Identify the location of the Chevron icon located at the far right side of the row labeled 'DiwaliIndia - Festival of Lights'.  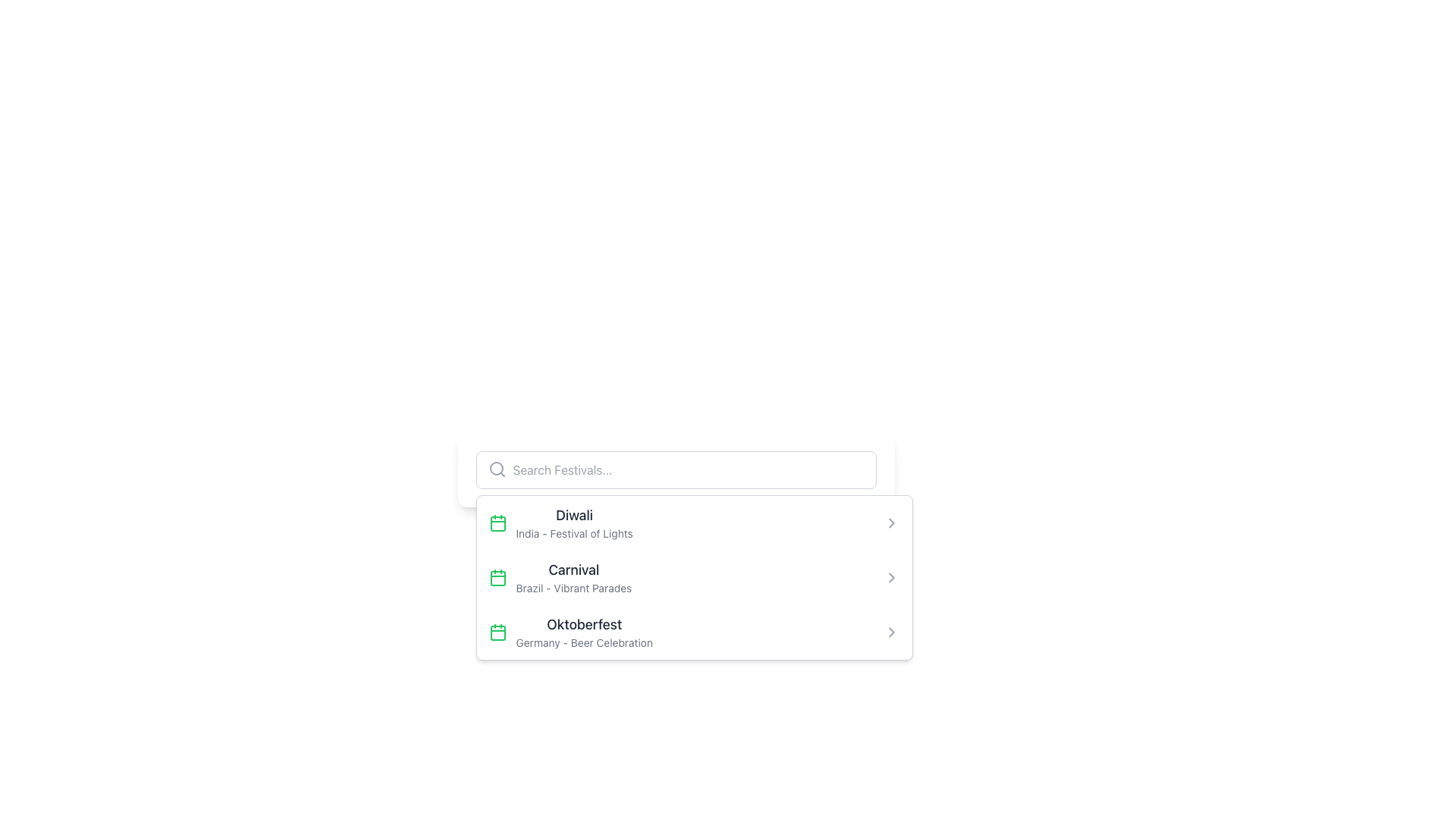
(891, 522).